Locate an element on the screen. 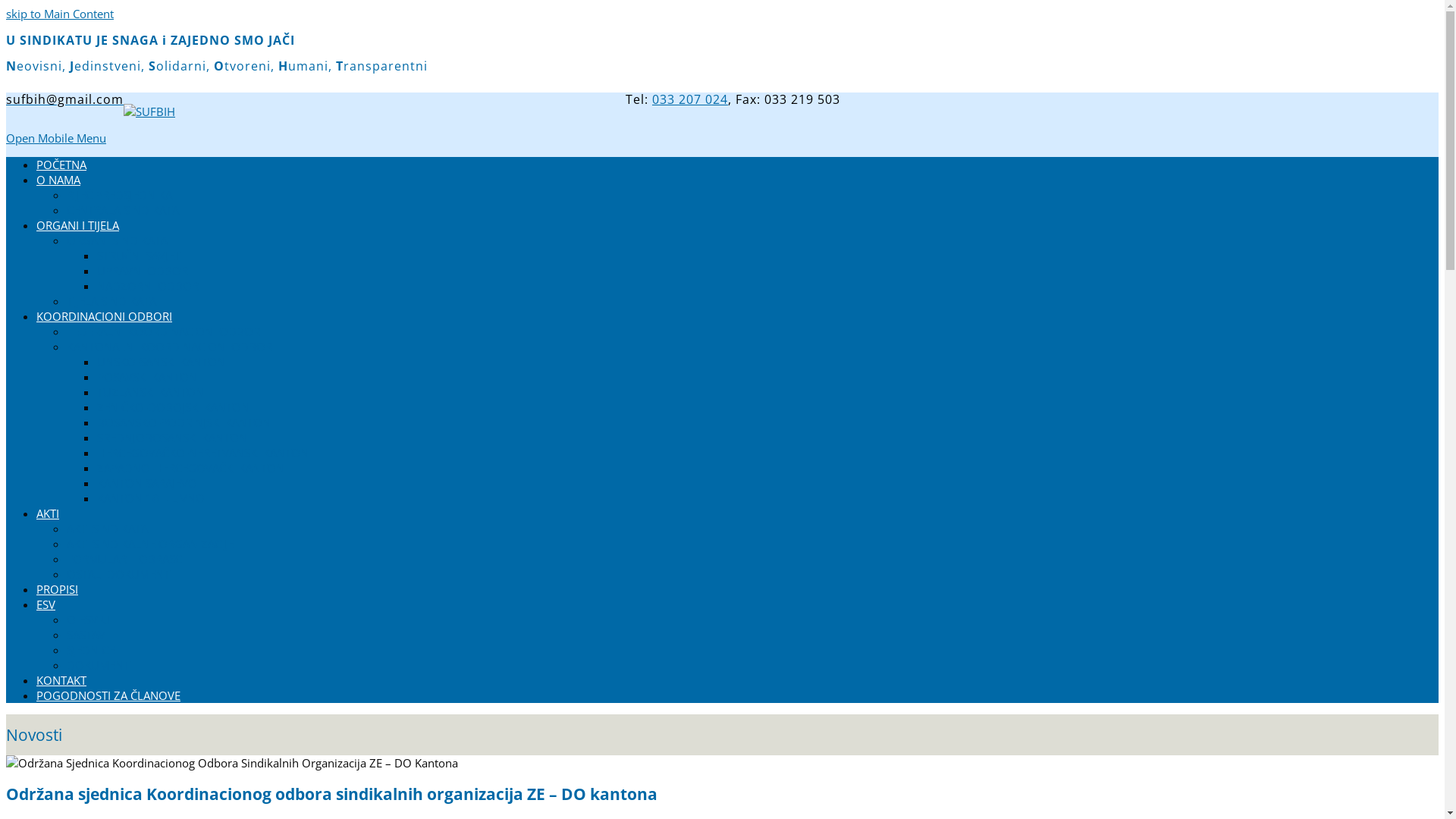 This screenshot has height=819, width=1456. 'AKTI' is located at coordinates (47, 513).